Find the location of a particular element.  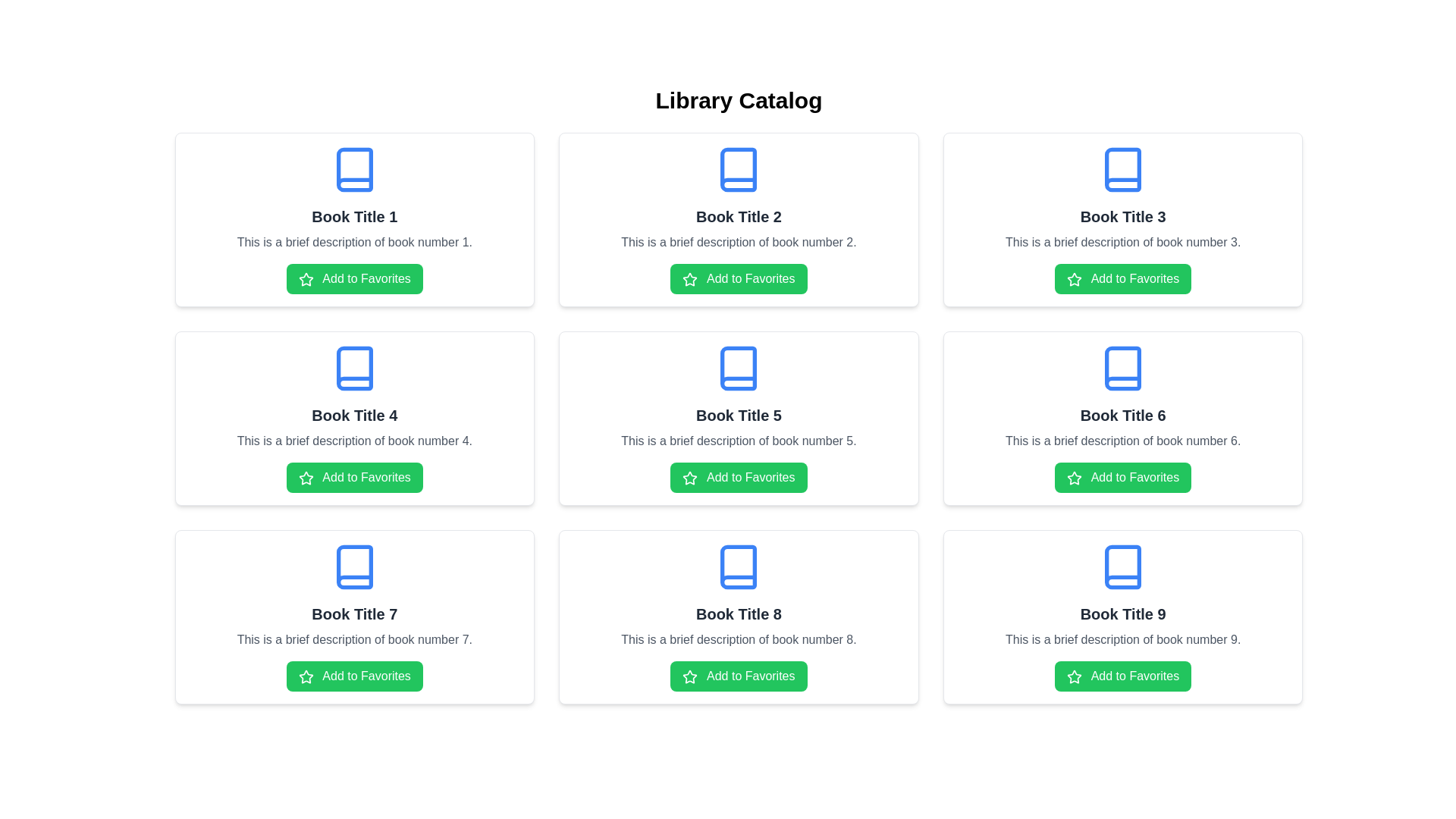

the blue book icon that is part of the card layout representing 'Book Title 5', located at the top center of the card is located at coordinates (739, 369).